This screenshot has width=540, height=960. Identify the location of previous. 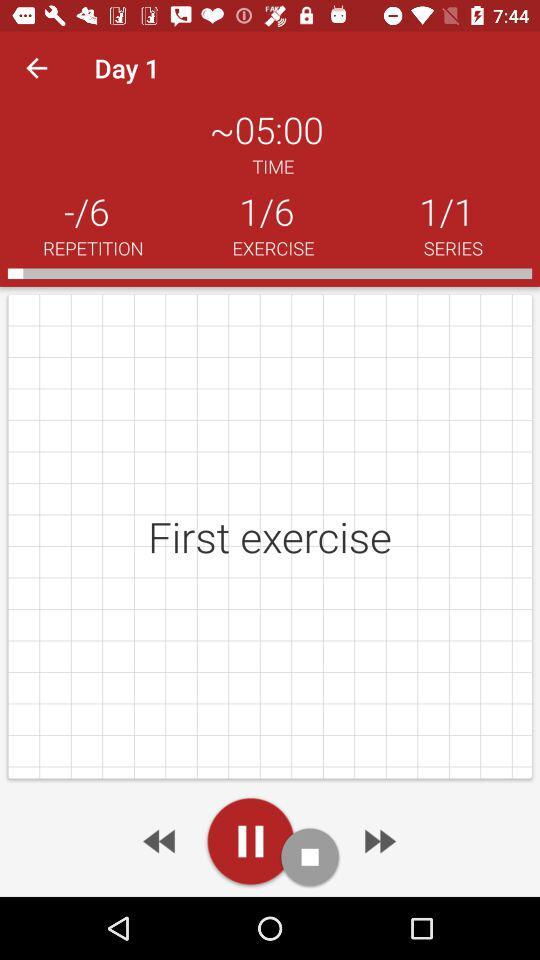
(160, 840).